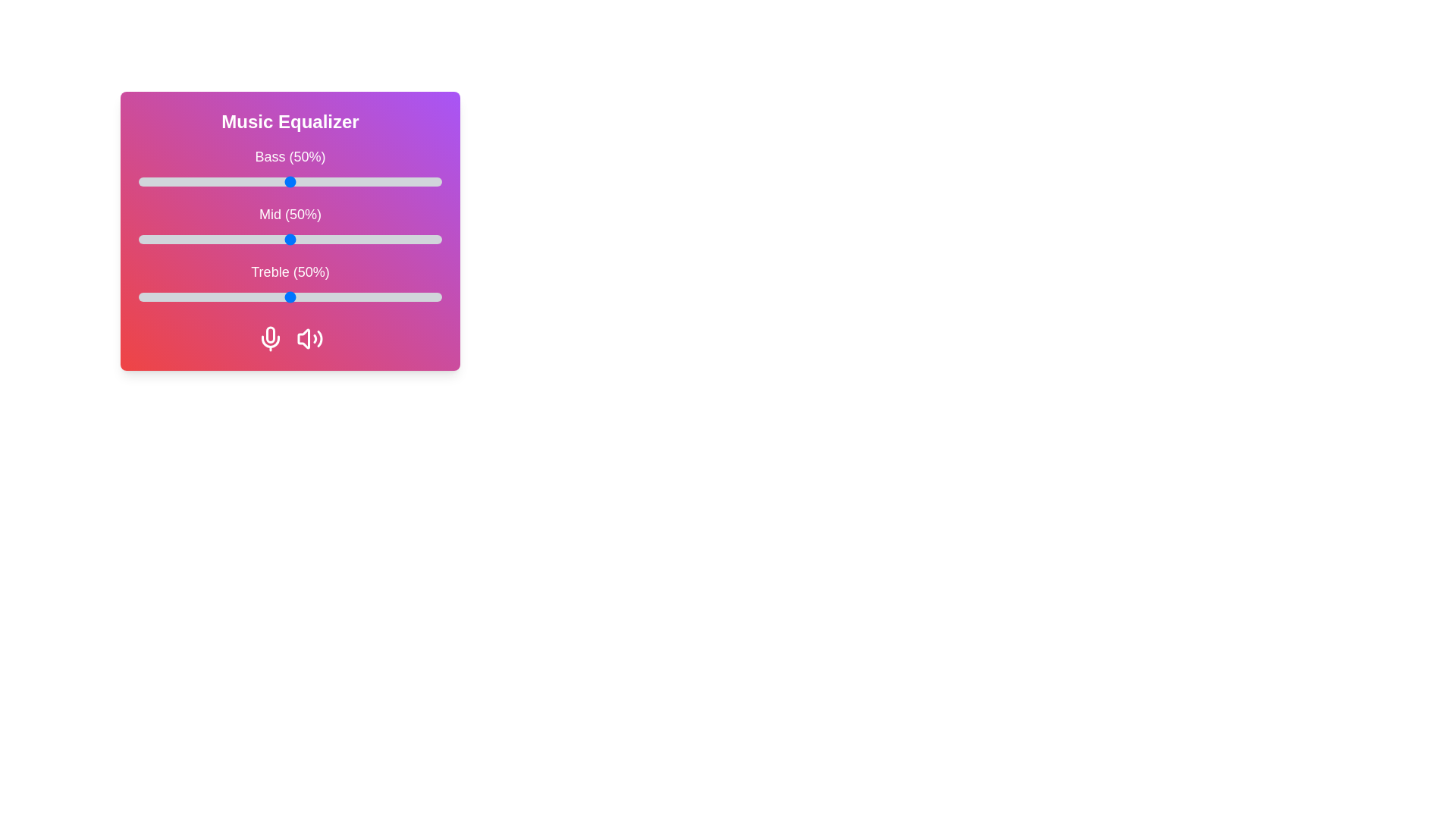 This screenshot has height=819, width=1456. I want to click on the 1 slider to 51%, so click(293, 239).